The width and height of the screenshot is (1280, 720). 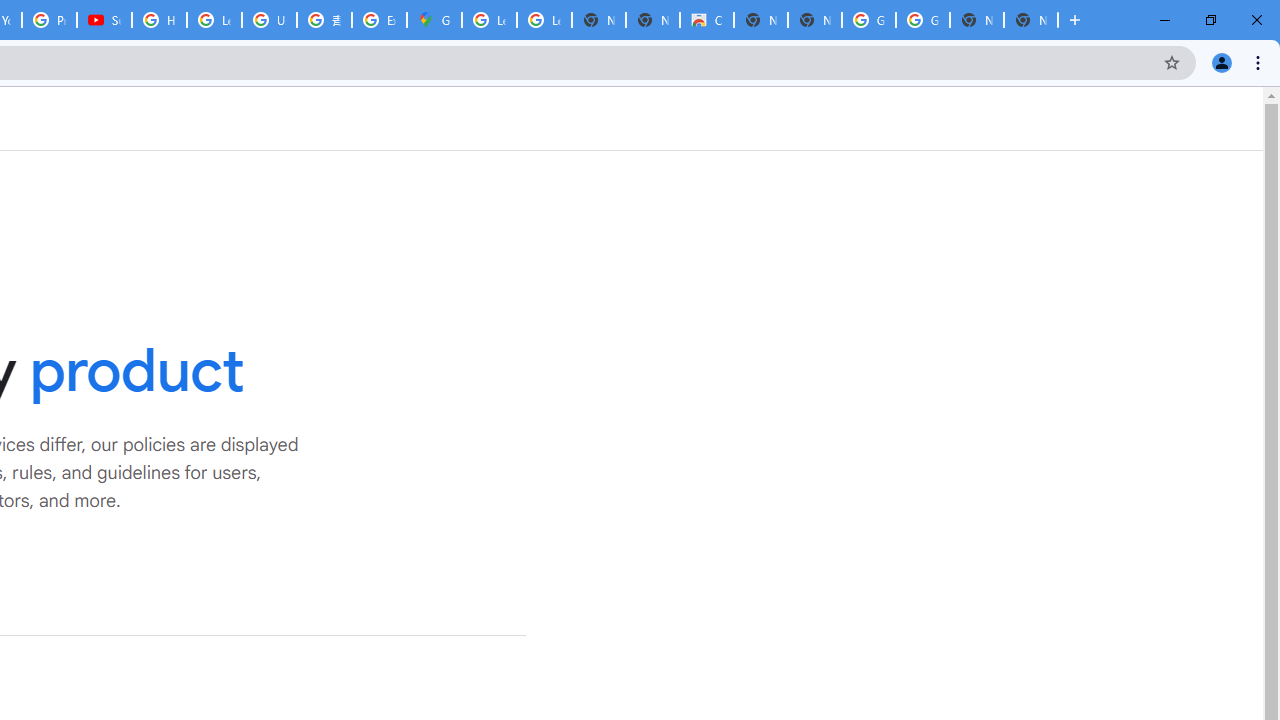 I want to click on 'Subscriptions - YouTube', so click(x=103, y=20).